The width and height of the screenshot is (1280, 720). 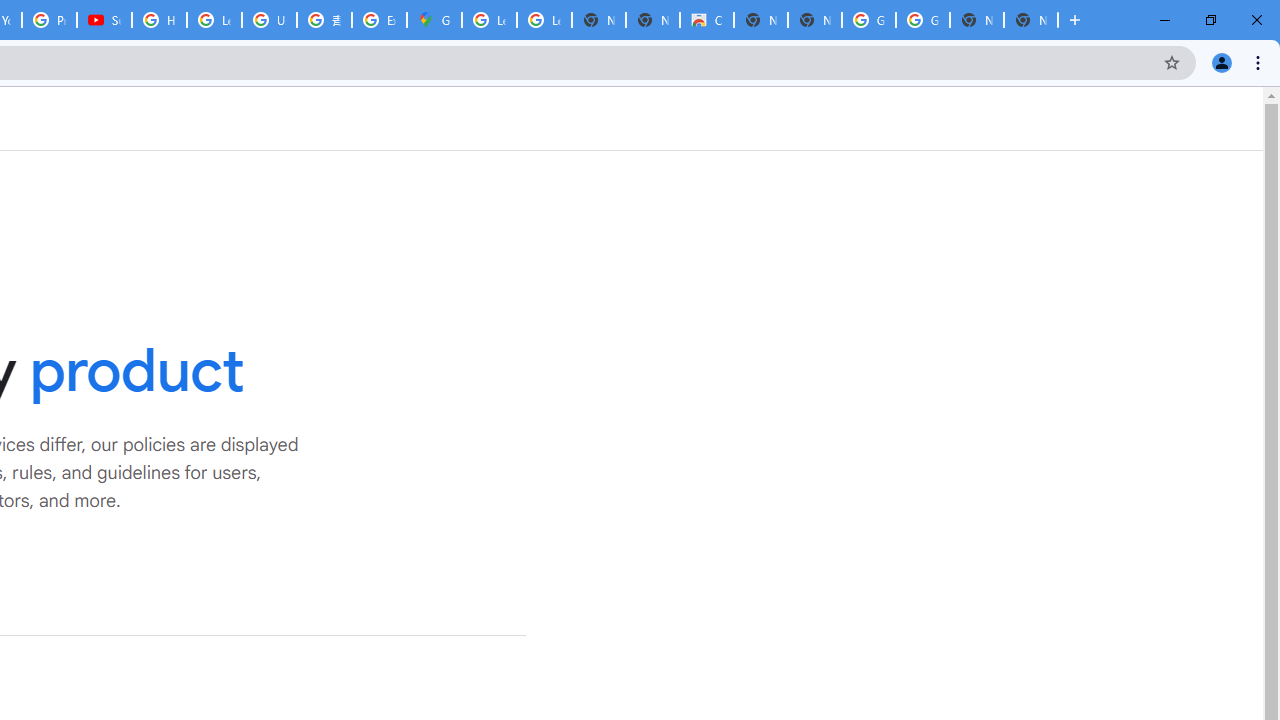 I want to click on 'Subscriptions - YouTube', so click(x=103, y=20).